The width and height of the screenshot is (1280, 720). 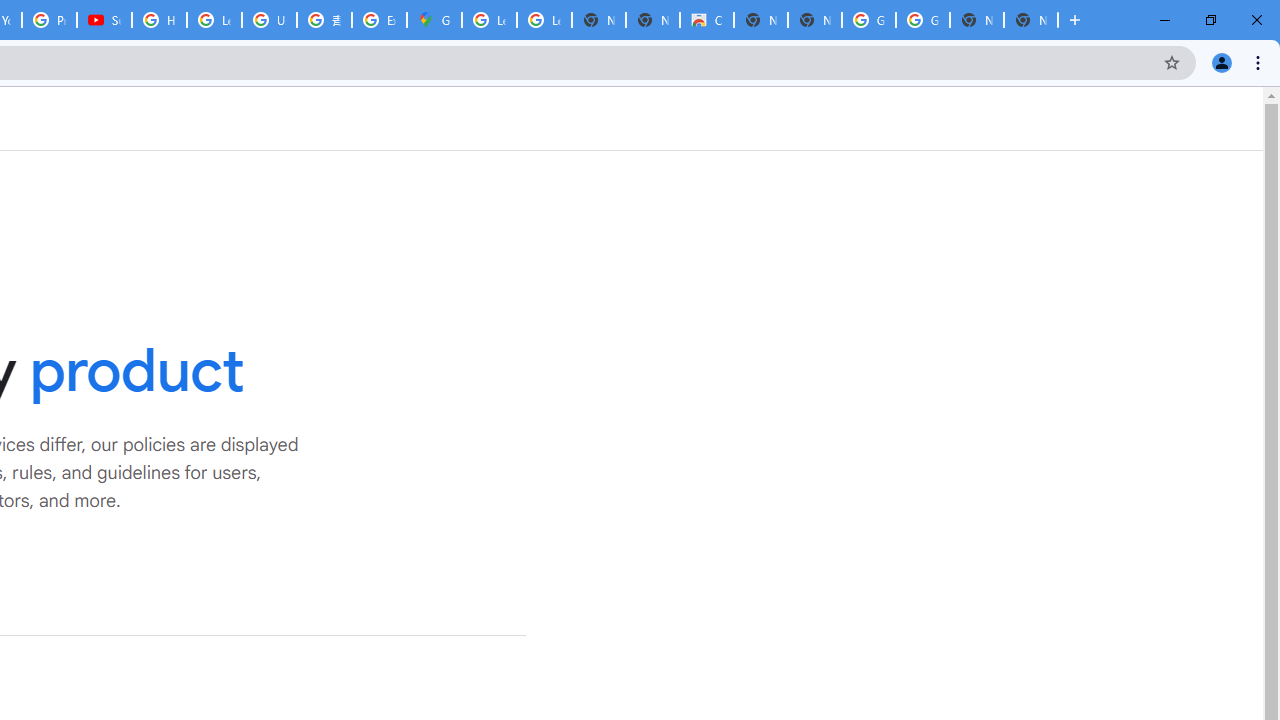 I want to click on 'Subscriptions - YouTube', so click(x=103, y=20).